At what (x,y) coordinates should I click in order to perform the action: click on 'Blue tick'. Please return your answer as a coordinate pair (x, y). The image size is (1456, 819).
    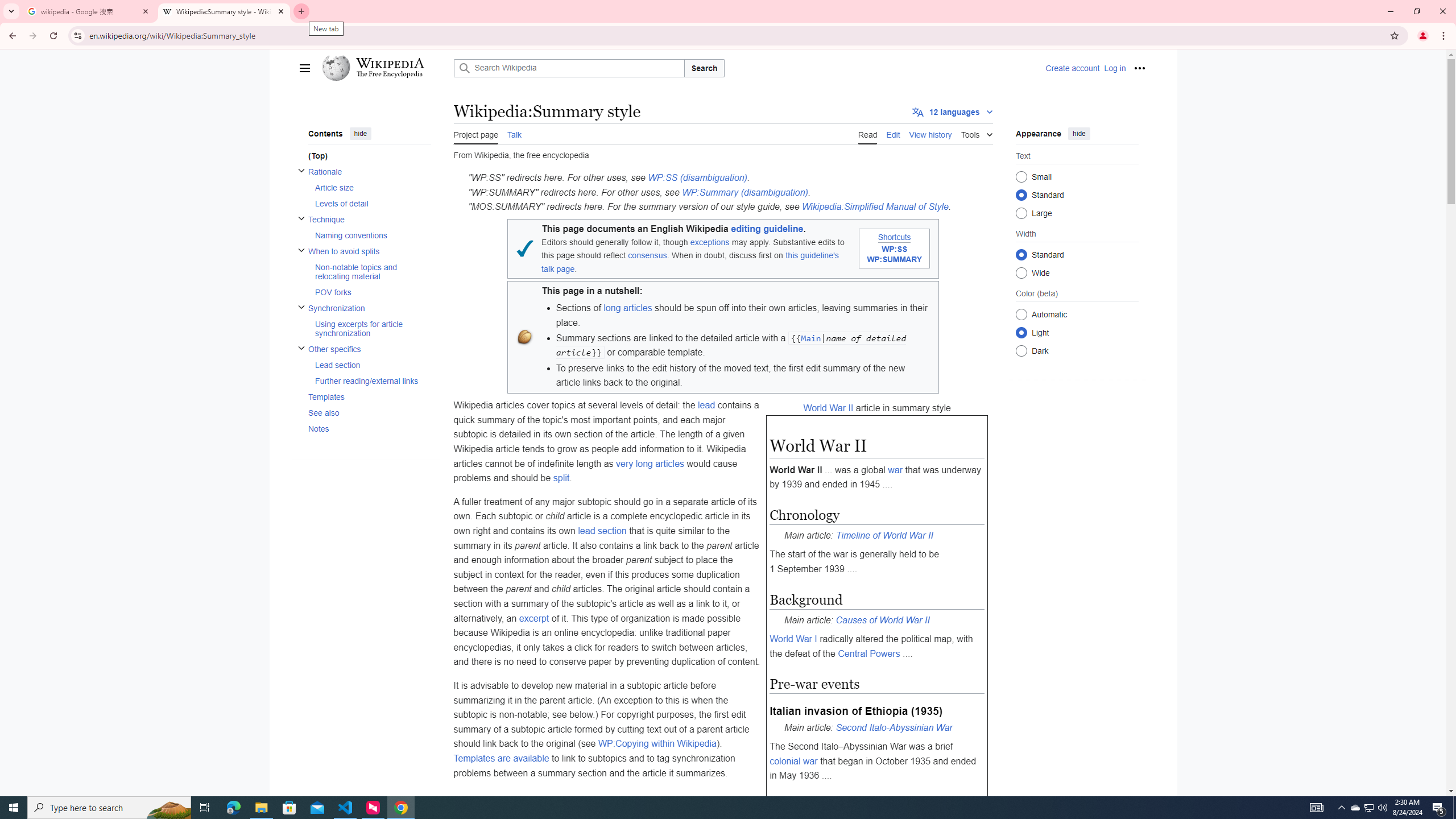
    Looking at the image, I should click on (524, 248).